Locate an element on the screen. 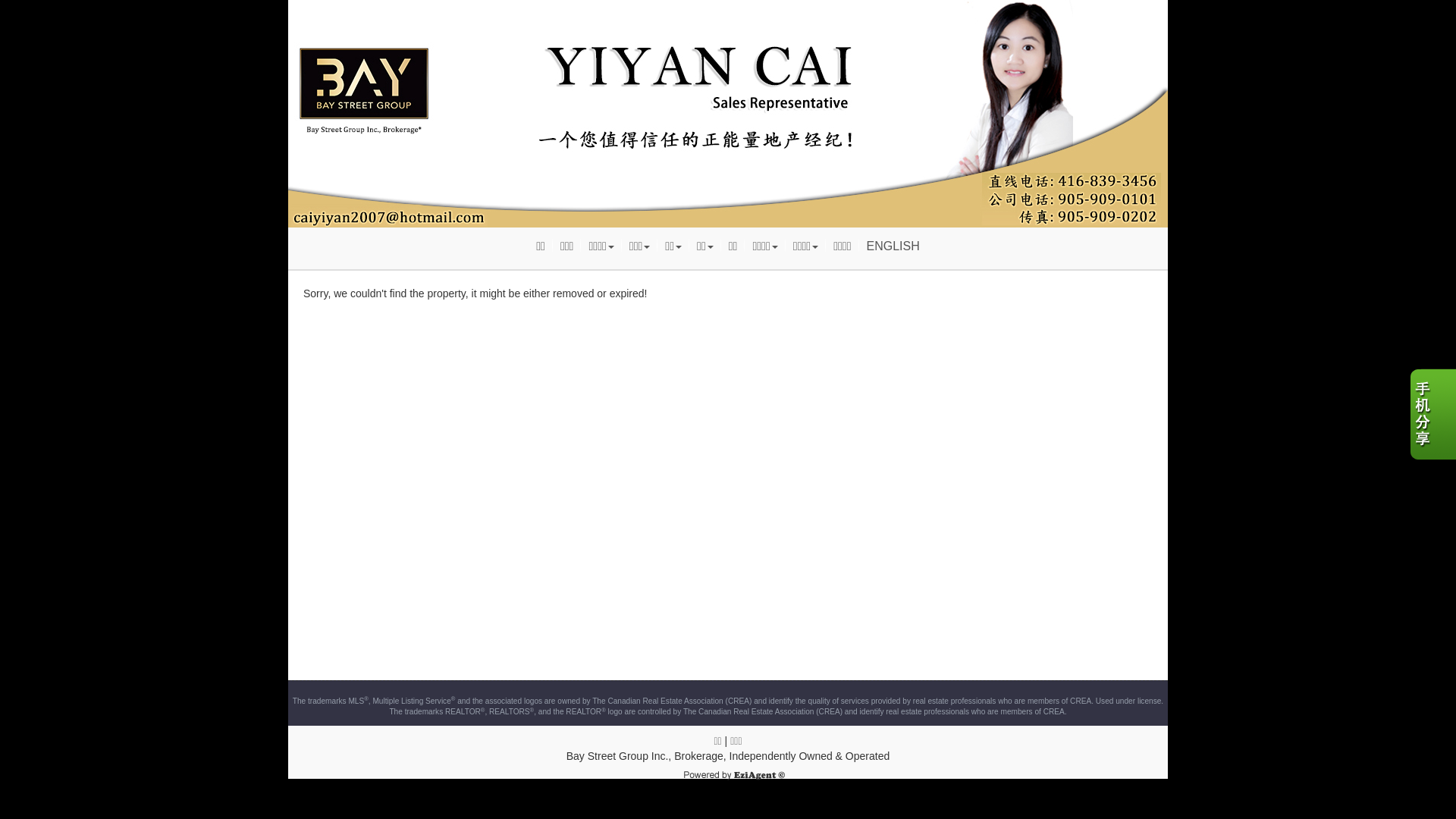  'ENGLISH' is located at coordinates (858, 245).